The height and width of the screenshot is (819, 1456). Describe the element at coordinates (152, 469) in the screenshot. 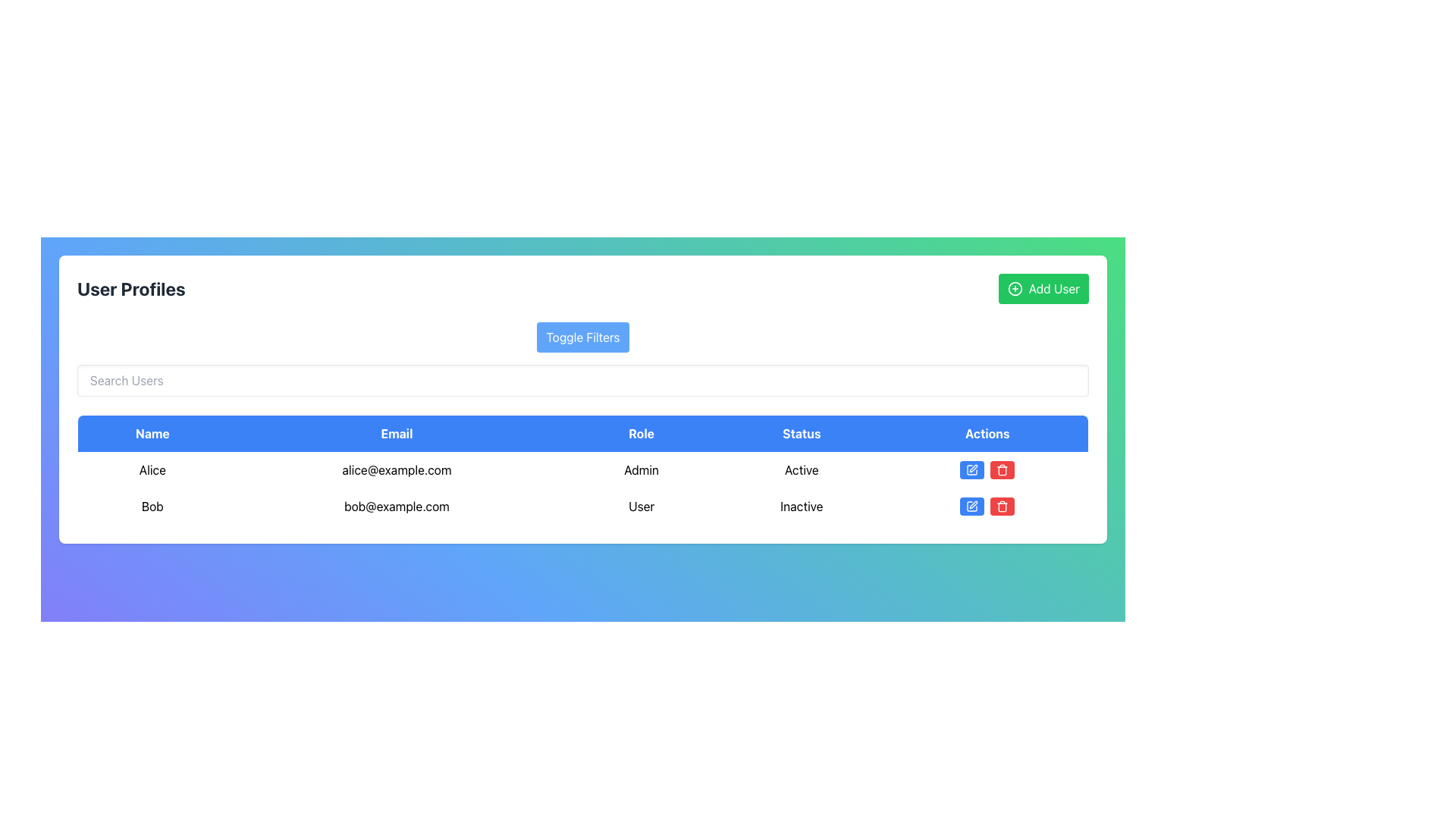

I see `the Text Label displaying the name 'Alice' in the second row of the User Profiles table, which is non-interactive and serves to inform the viewer of the user's identity` at that location.